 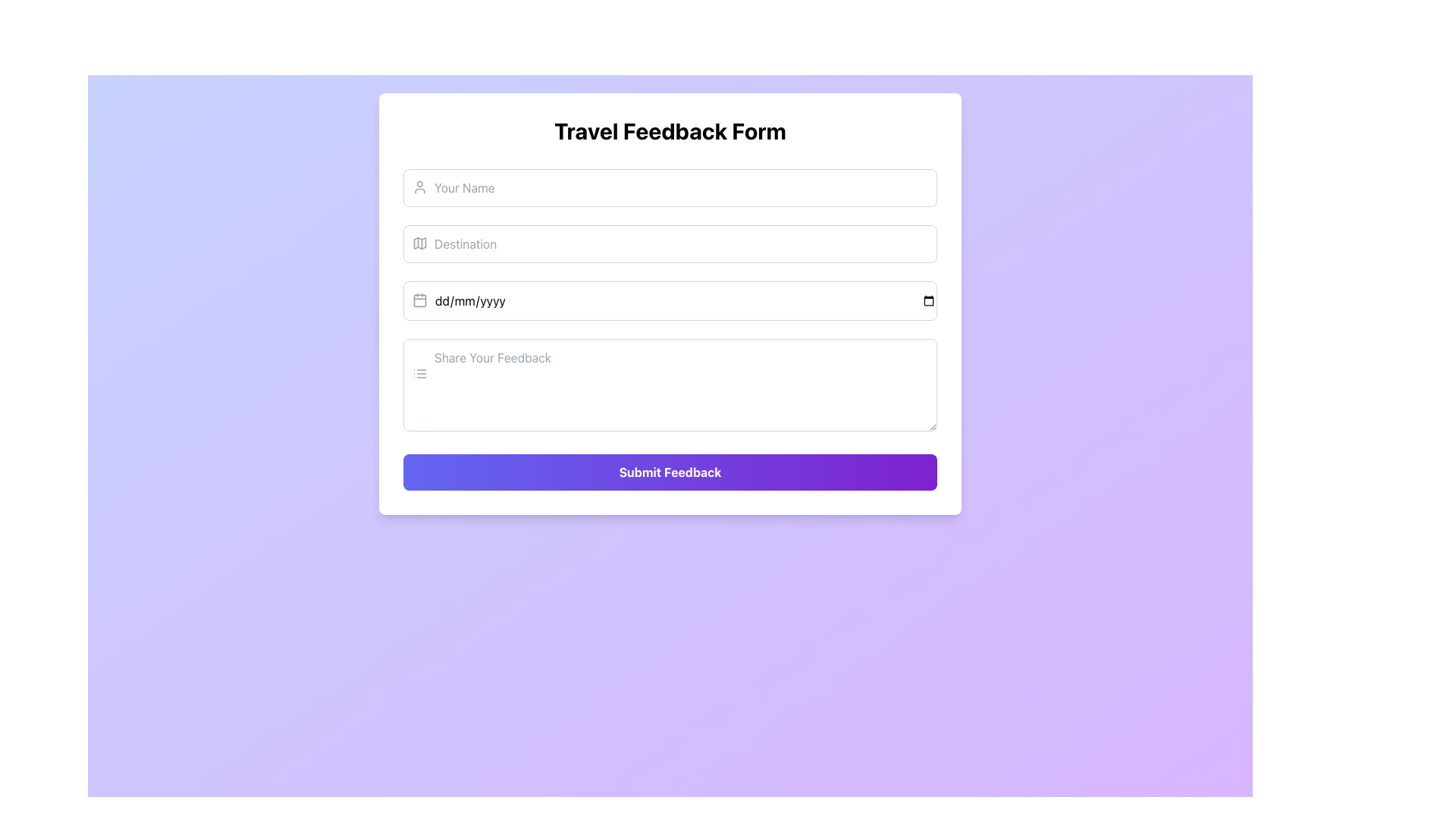 What do you see at coordinates (669, 472) in the screenshot?
I see `the 'Submit Feedback' button, which has a gradient background from indigo to purple and white bold text` at bounding box center [669, 472].